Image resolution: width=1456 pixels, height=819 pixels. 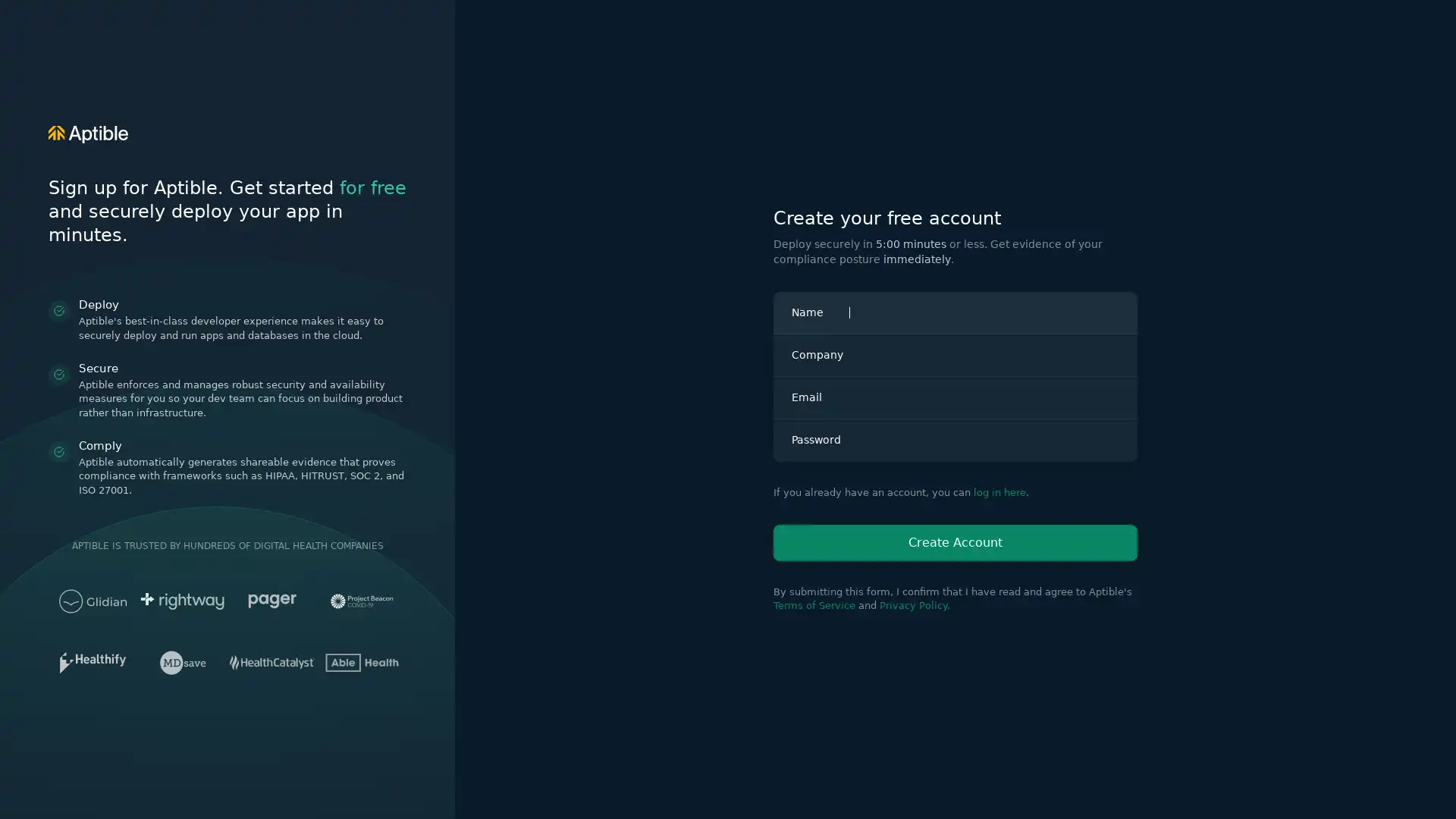 I want to click on Create Account, so click(x=954, y=541).